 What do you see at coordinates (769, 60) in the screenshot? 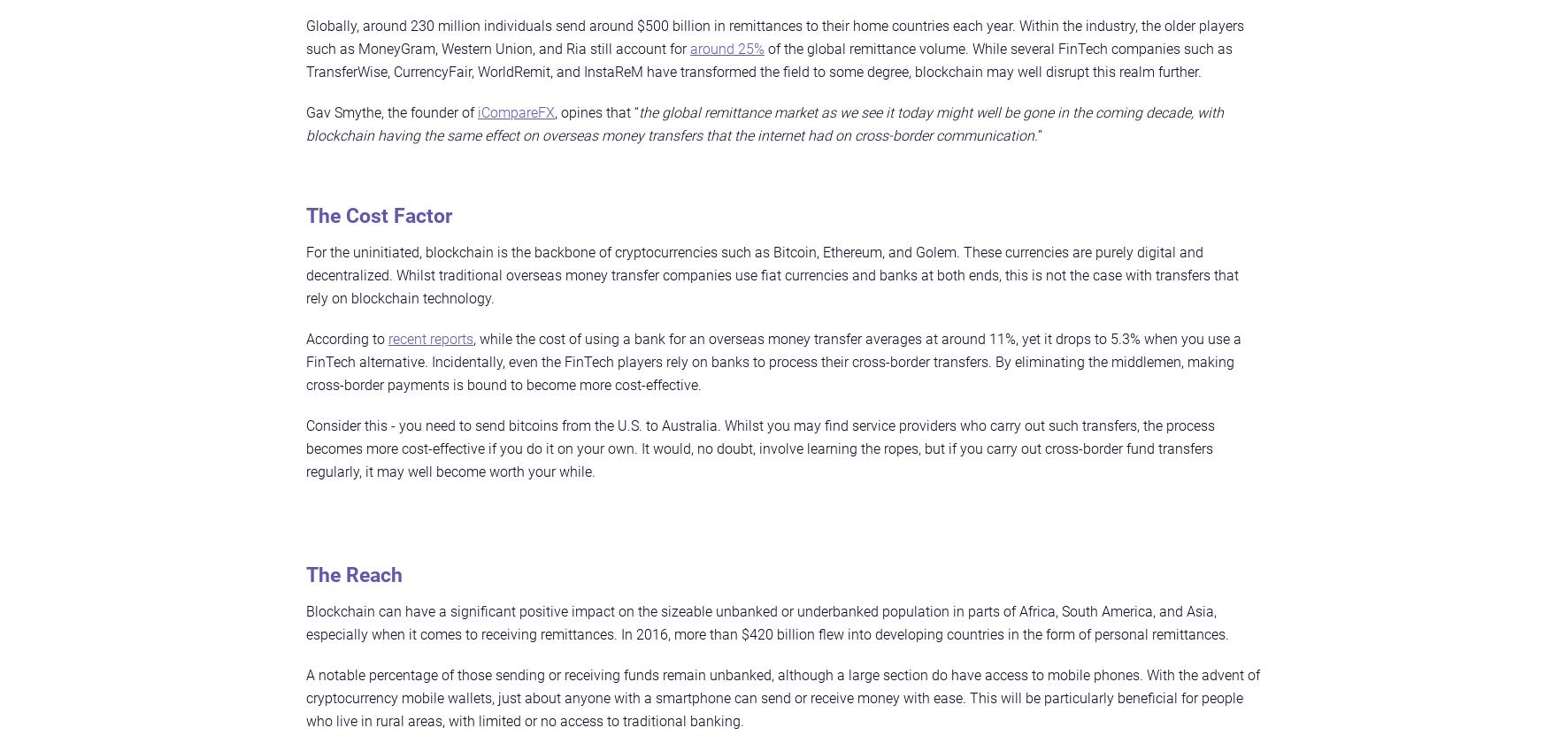
I see `'of the global remittance volume. While several FinTech companies such as TransferWise, CurrencyFair, WorldRemit, and InstaReM have transformed the field to some degree, blockchain may well disrupt this realm further.'` at bounding box center [769, 60].